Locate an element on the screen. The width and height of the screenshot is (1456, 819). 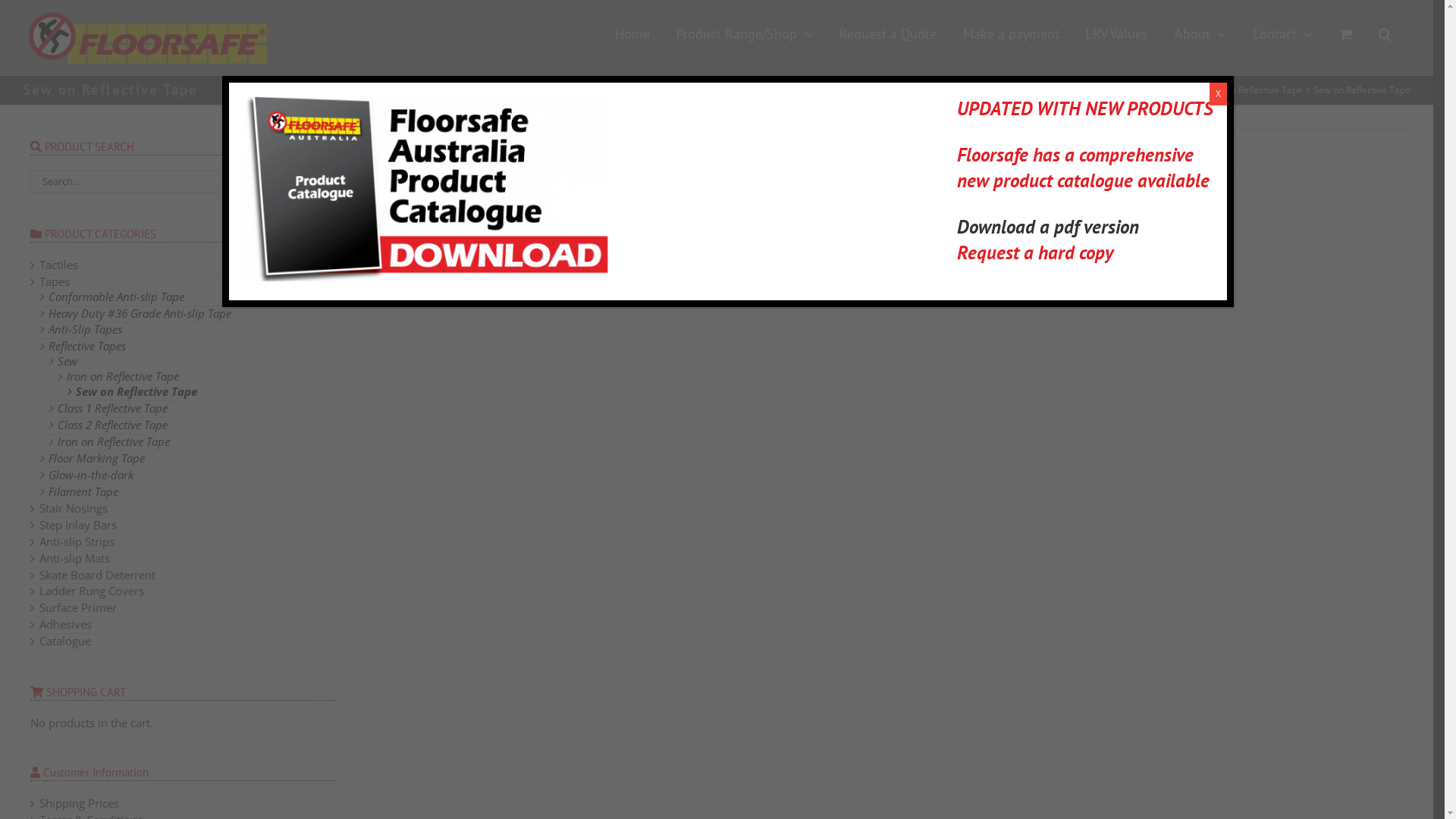
'About' is located at coordinates (1200, 34).